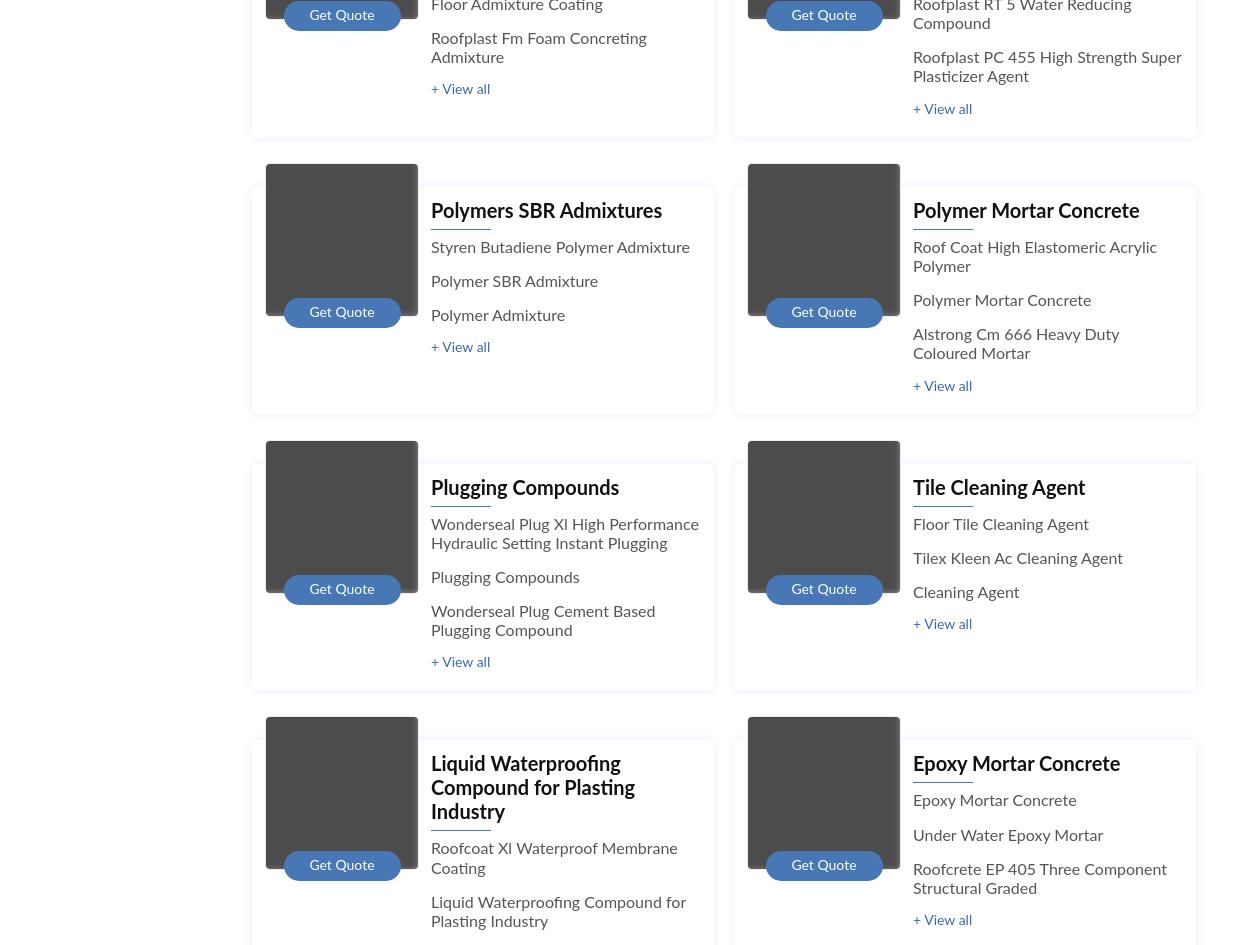 The height and width of the screenshot is (945, 1250). Describe the element at coordinates (913, 878) in the screenshot. I see `'Roofcrete EP 405 Three Component Structural Graded'` at that location.